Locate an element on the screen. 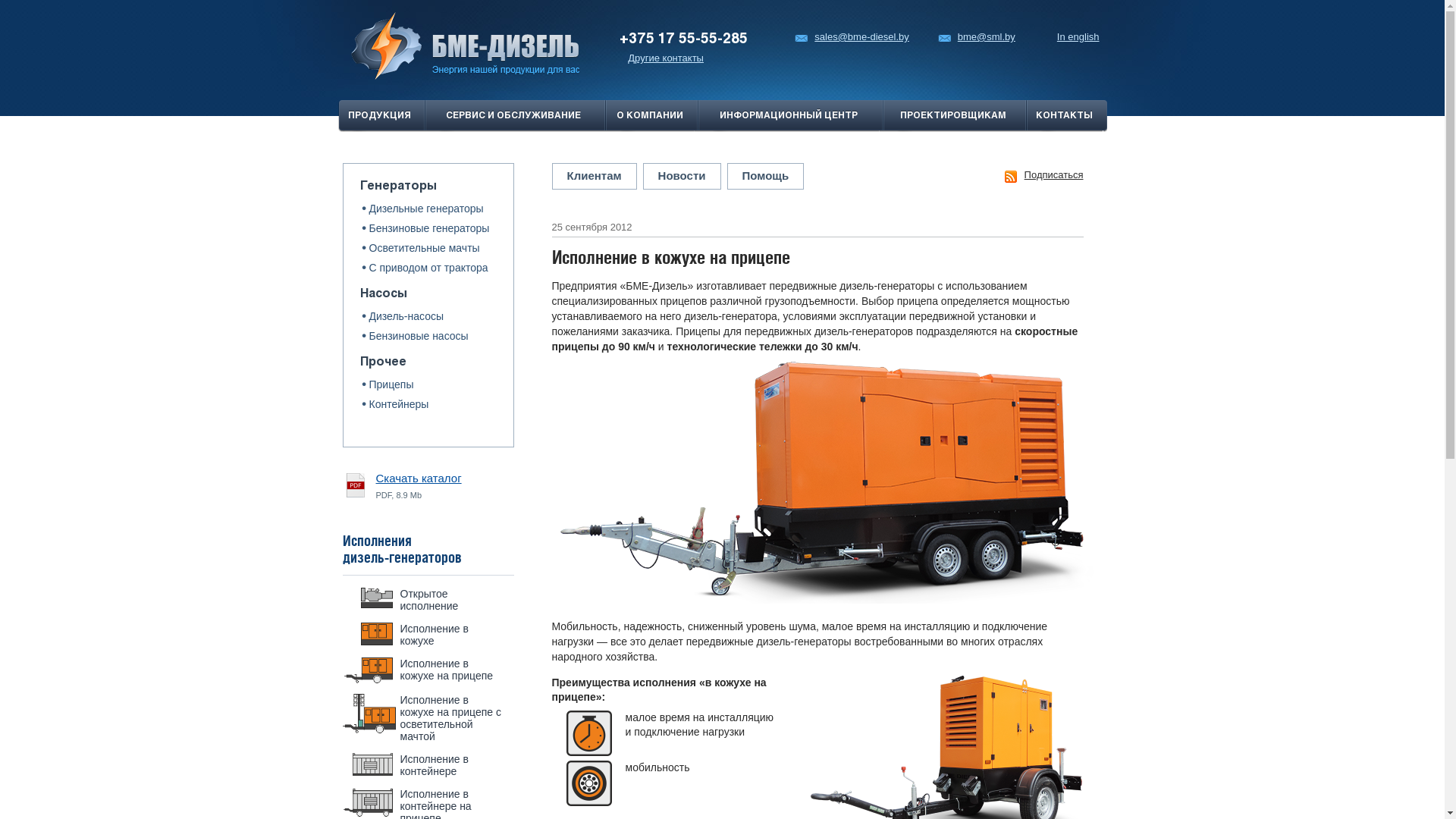 This screenshot has height=819, width=1456. 'sales@bme-diesel.by' is located at coordinates (852, 36).